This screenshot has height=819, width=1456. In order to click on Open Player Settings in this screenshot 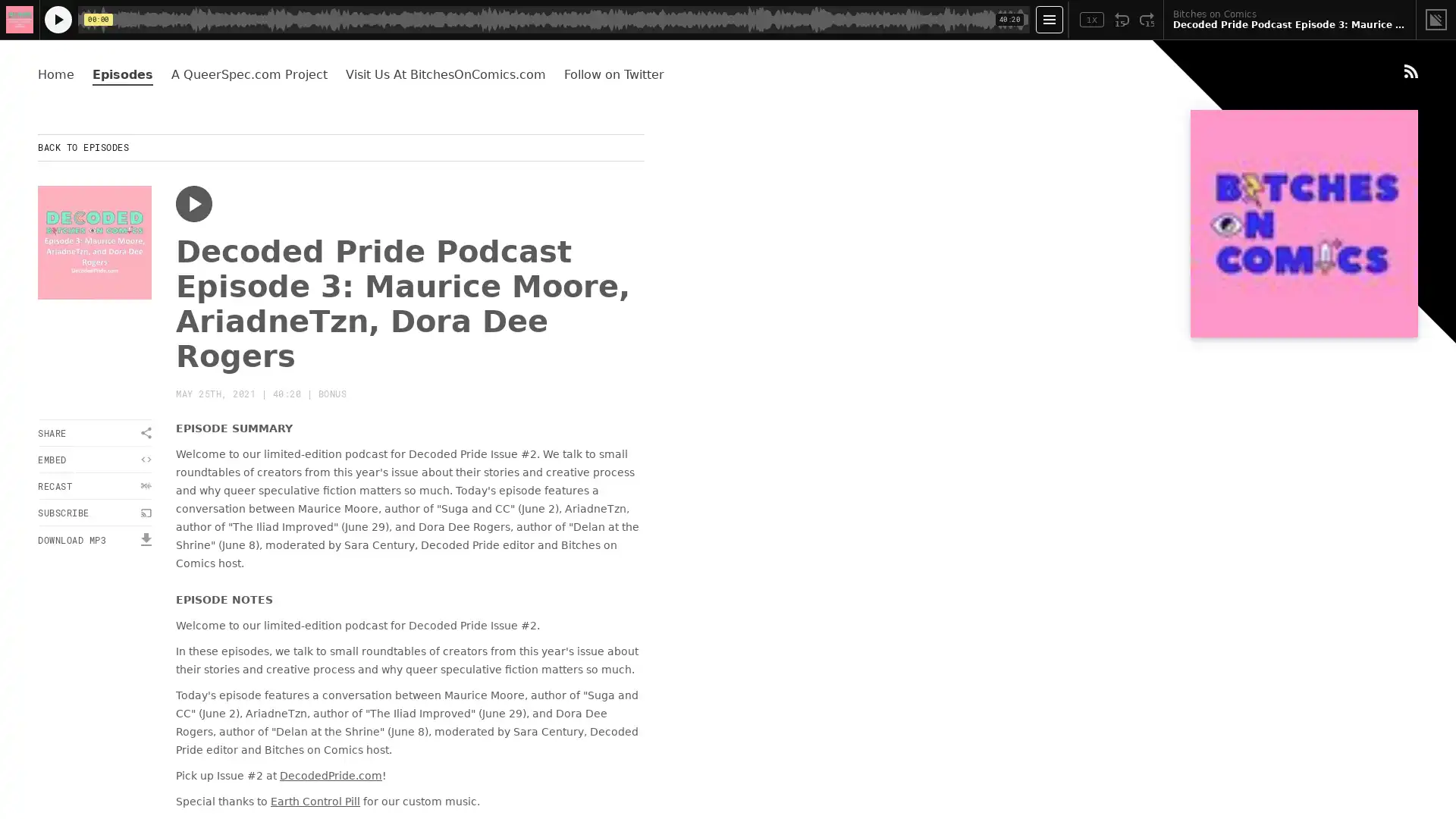, I will do `click(1048, 20)`.